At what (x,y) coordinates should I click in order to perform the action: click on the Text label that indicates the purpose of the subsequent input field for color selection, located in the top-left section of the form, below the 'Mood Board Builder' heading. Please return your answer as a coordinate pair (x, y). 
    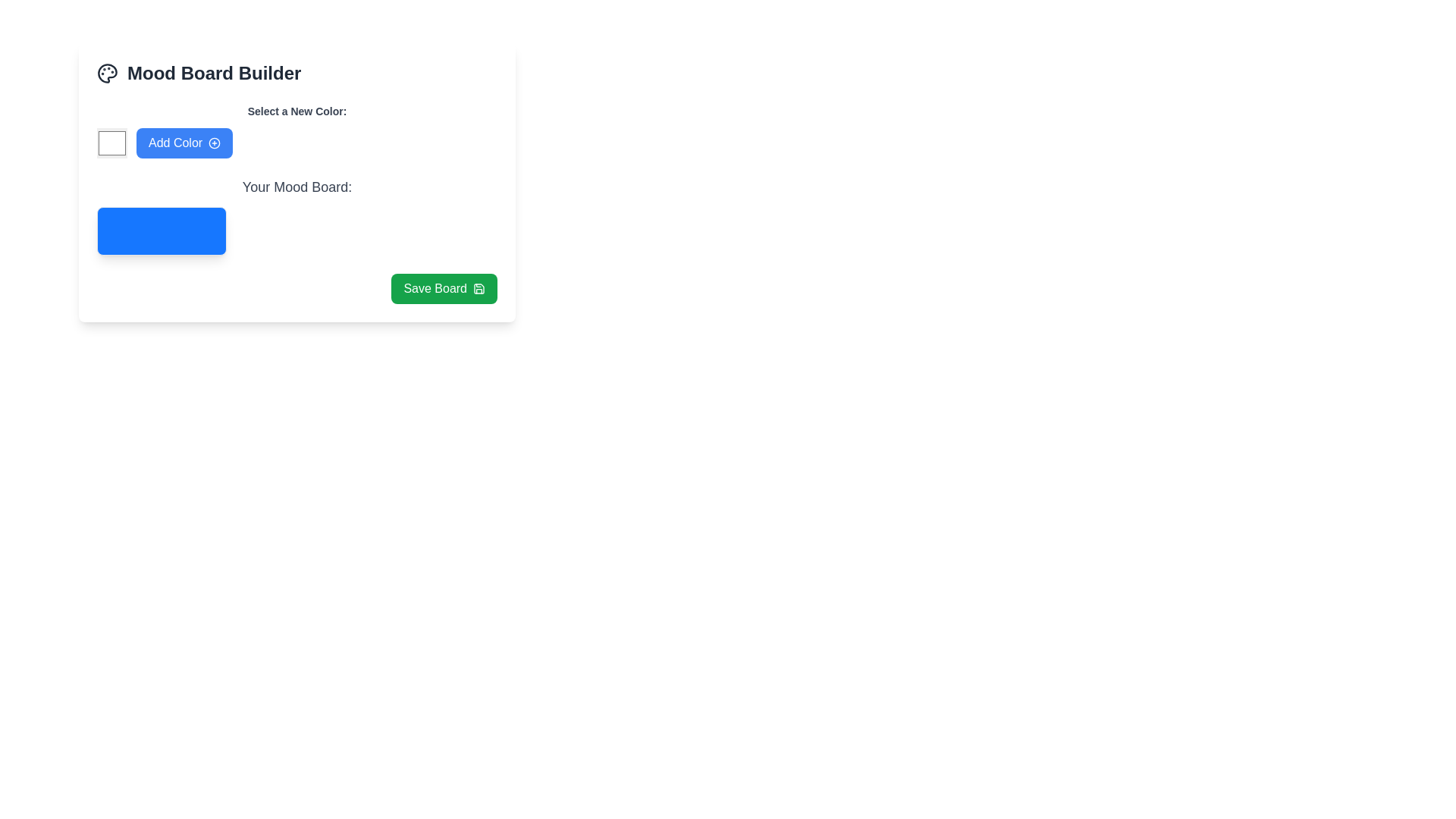
    Looking at the image, I should click on (297, 110).